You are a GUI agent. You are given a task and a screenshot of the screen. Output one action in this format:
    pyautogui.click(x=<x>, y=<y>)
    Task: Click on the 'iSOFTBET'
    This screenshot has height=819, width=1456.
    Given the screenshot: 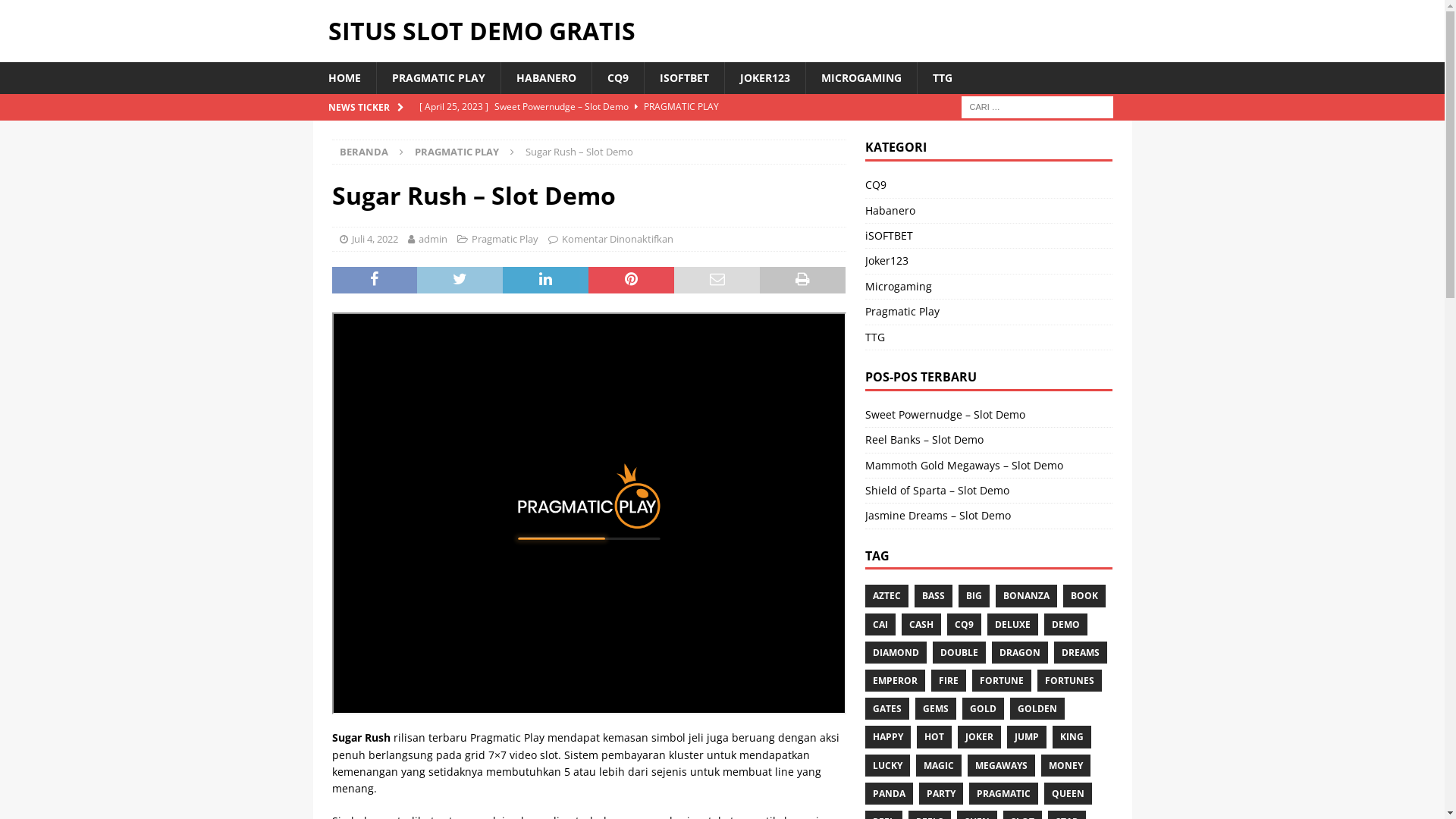 What is the action you would take?
    pyautogui.click(x=989, y=236)
    